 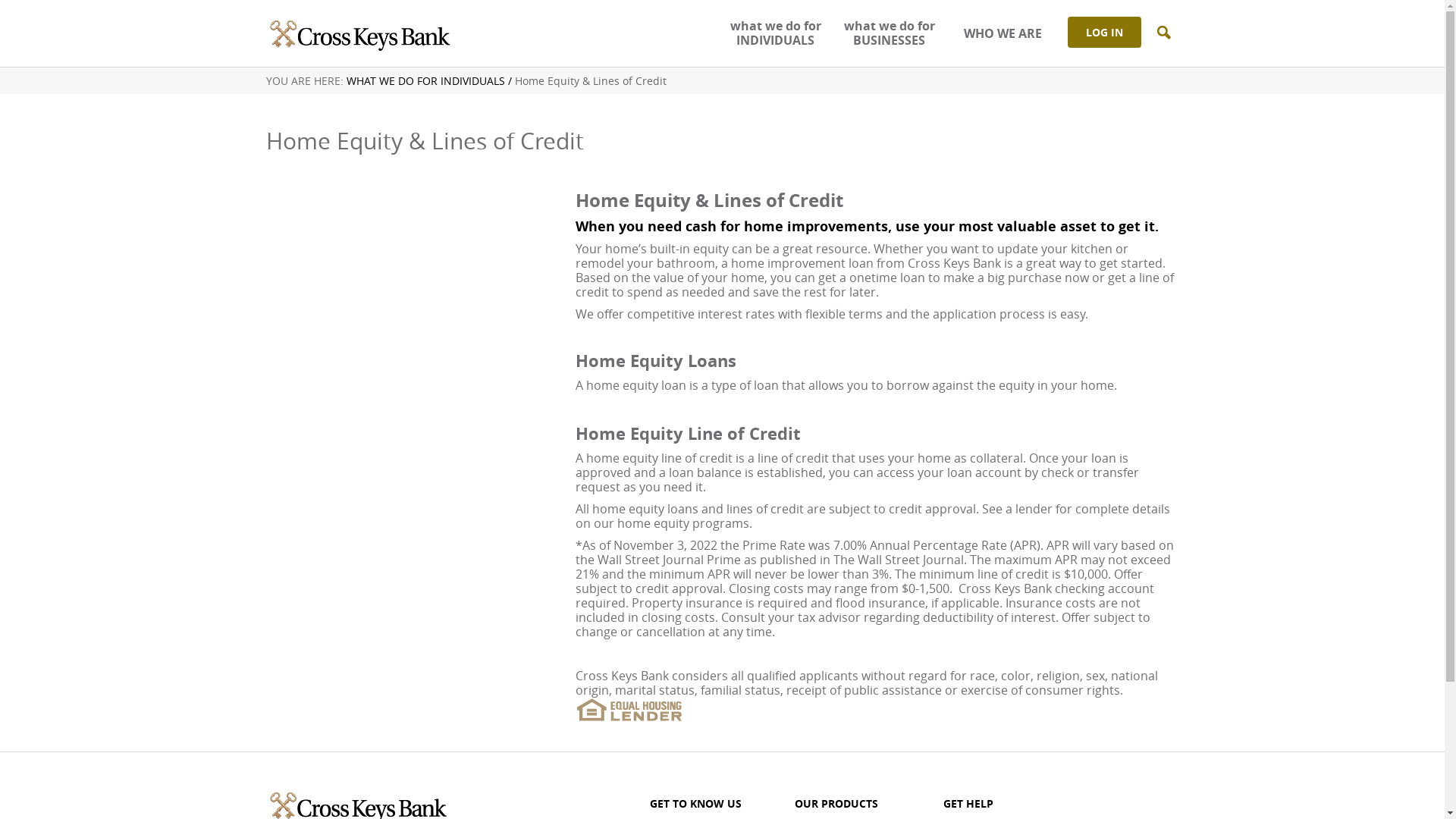 What do you see at coordinates (357, 33) in the screenshot?
I see `'Cross Keys Bank'` at bounding box center [357, 33].